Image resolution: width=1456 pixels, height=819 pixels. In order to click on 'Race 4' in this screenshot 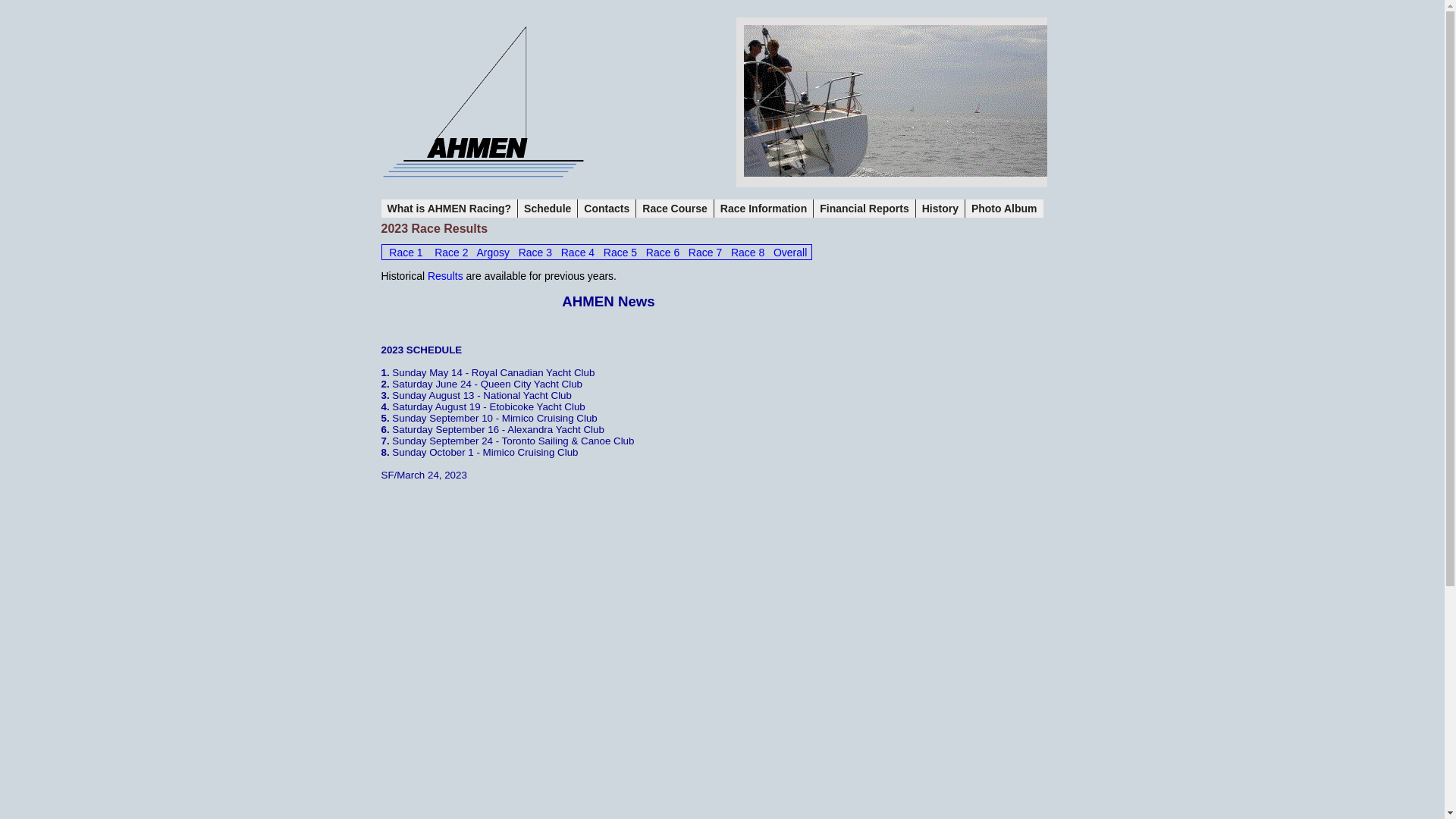, I will do `click(577, 251)`.